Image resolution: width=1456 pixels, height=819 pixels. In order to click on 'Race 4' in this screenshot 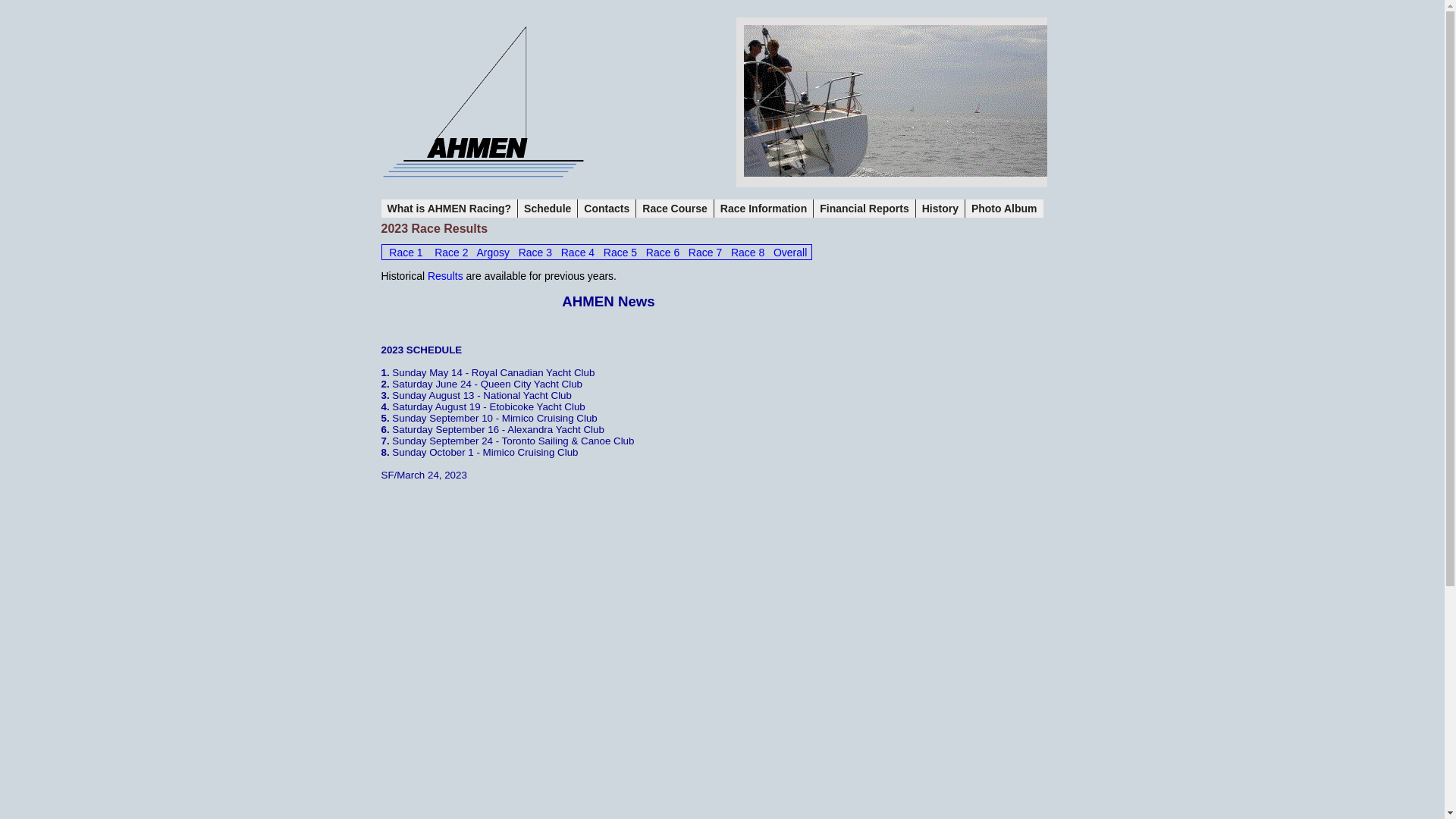, I will do `click(577, 251)`.